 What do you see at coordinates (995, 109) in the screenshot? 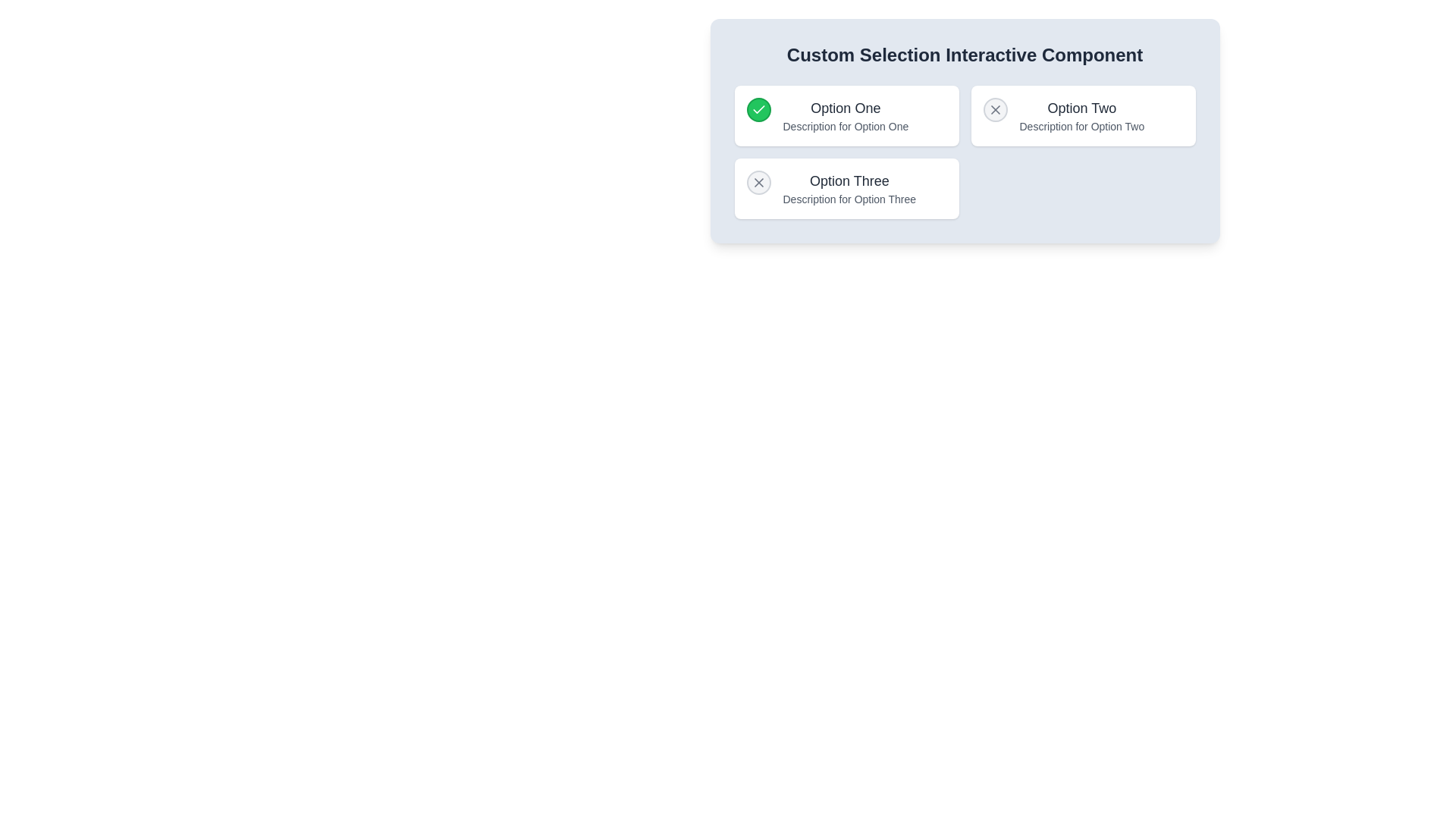
I see `the dismiss button located at the top-right corner of the 'Option Two' box` at bounding box center [995, 109].